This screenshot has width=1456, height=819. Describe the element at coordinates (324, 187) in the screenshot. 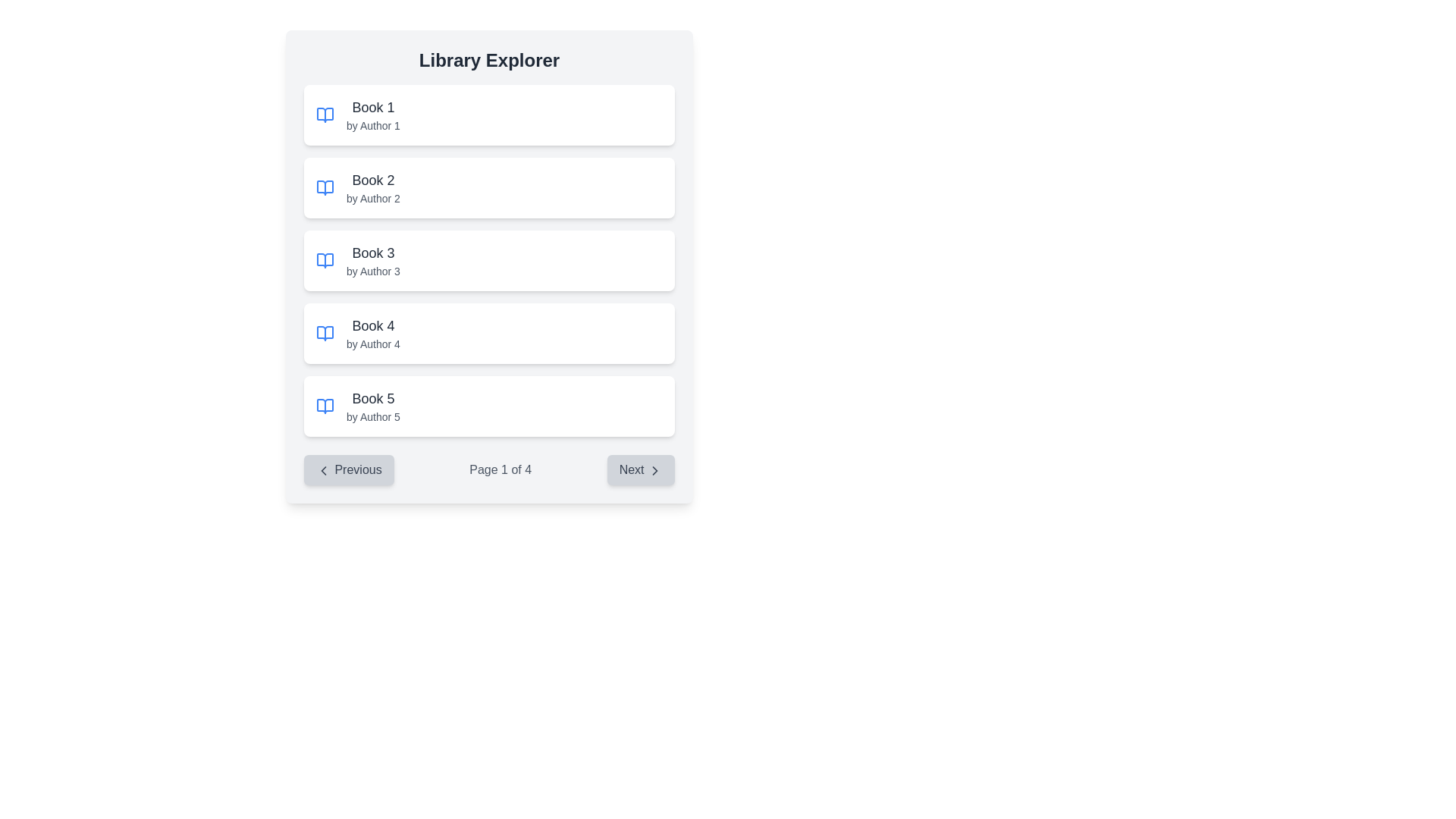

I see `the open book icon styled in blue, which is part of the list item labeled 'Book 2 by Author 2' located on the left side of the item` at that location.